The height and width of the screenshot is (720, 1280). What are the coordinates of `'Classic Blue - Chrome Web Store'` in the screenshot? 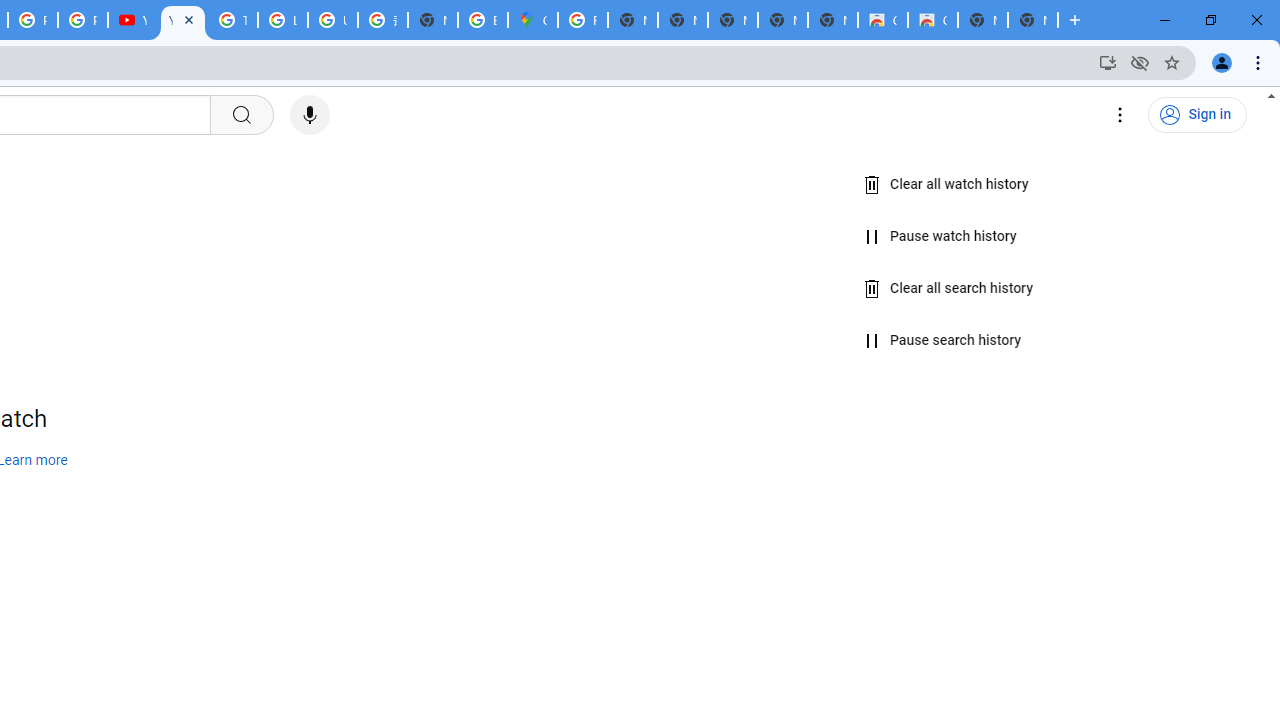 It's located at (931, 20).